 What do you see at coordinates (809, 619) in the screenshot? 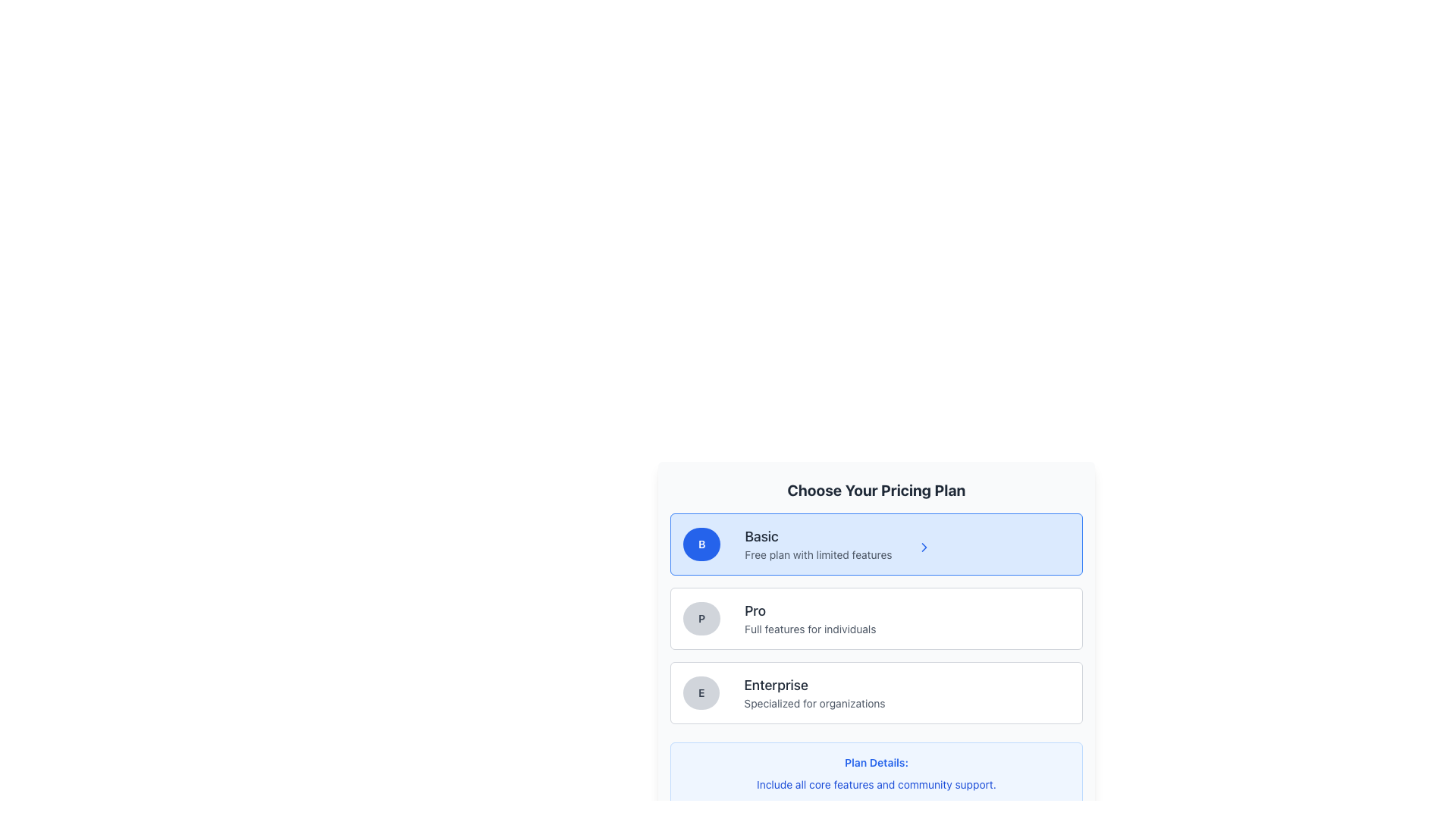
I see `outside the 'Pro Full features for individuals' text label to choose it implicitly` at bounding box center [809, 619].